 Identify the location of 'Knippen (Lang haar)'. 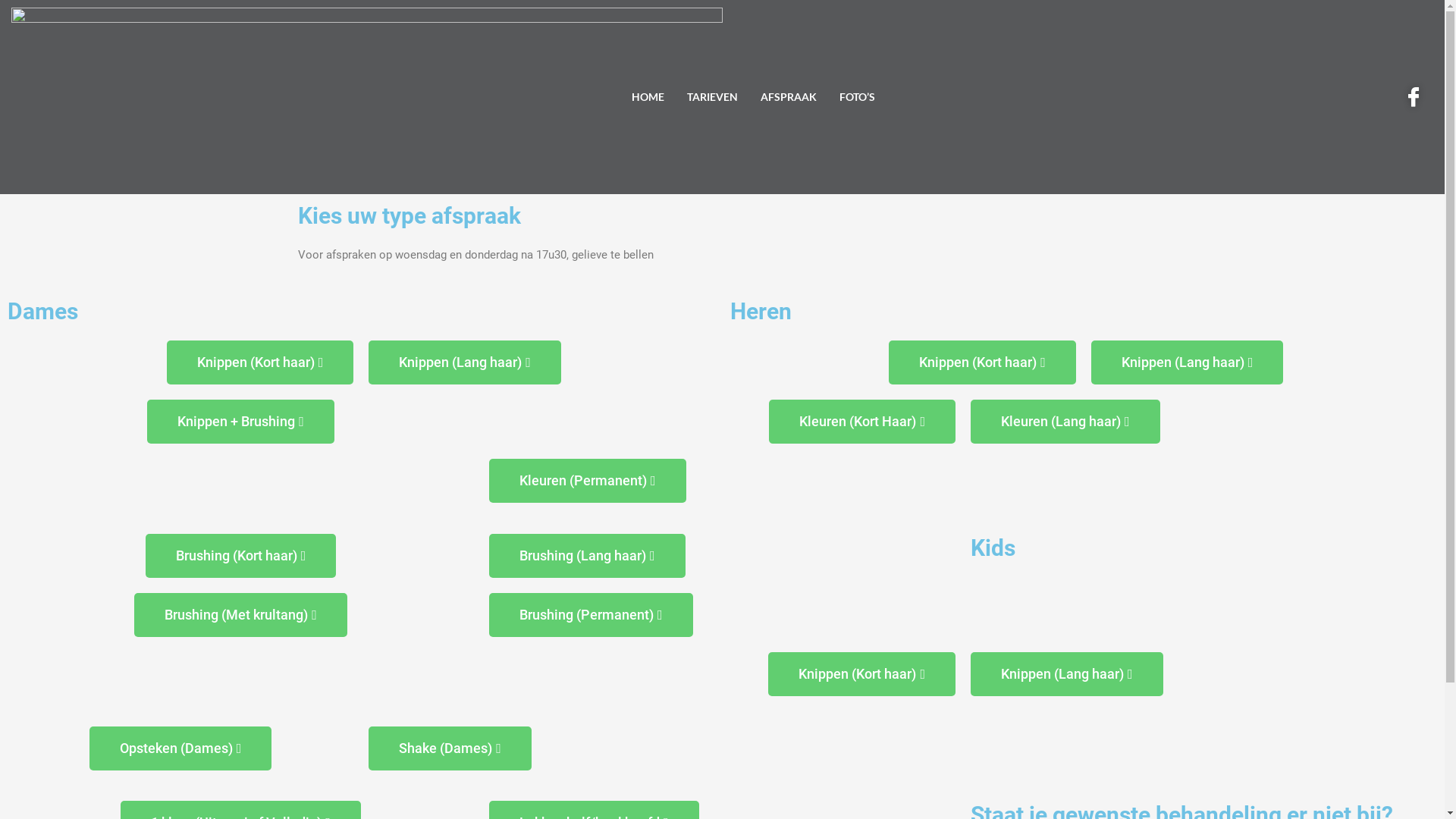
(464, 362).